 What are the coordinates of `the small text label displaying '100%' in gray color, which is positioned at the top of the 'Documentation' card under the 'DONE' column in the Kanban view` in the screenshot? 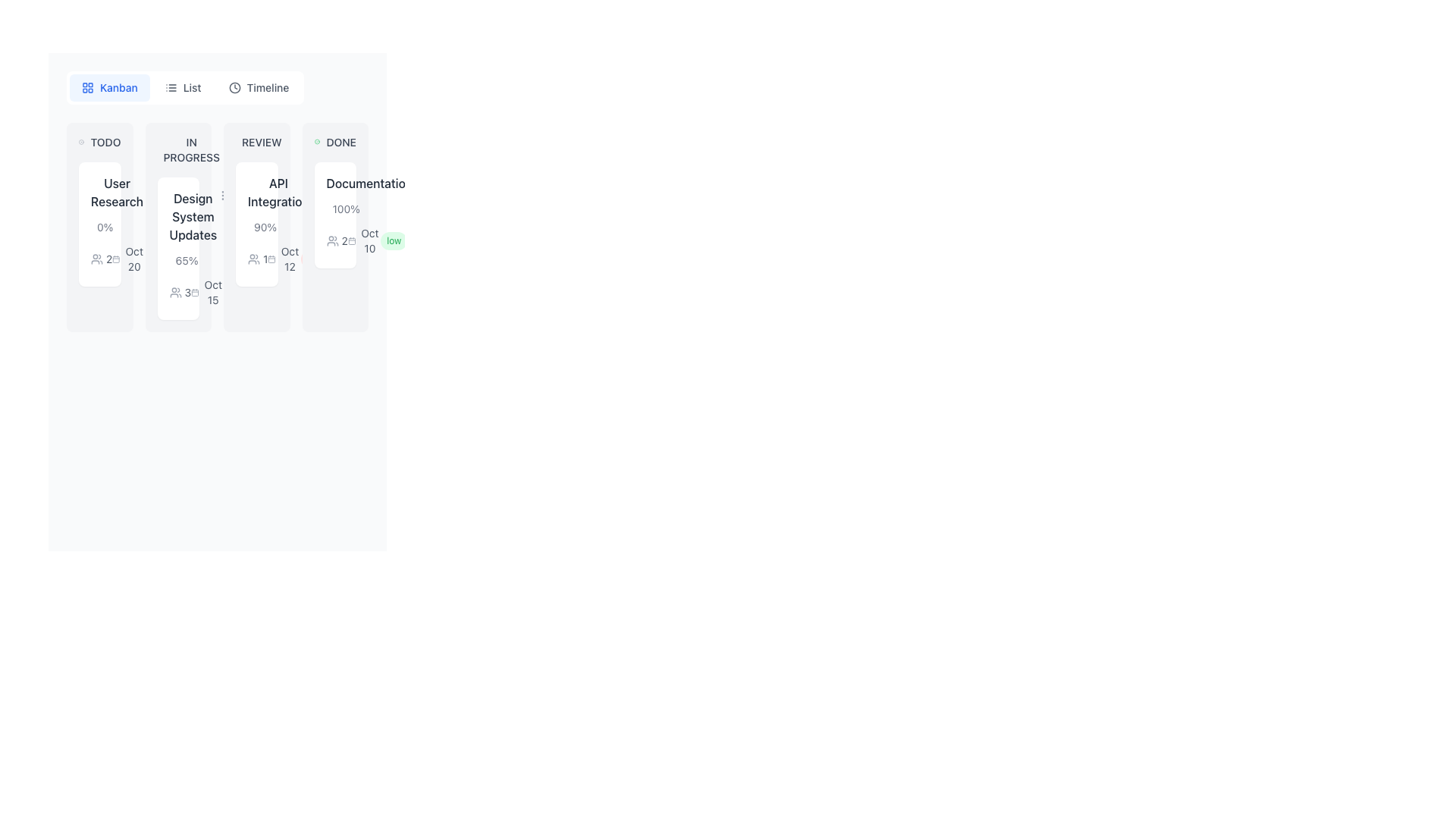 It's located at (334, 209).